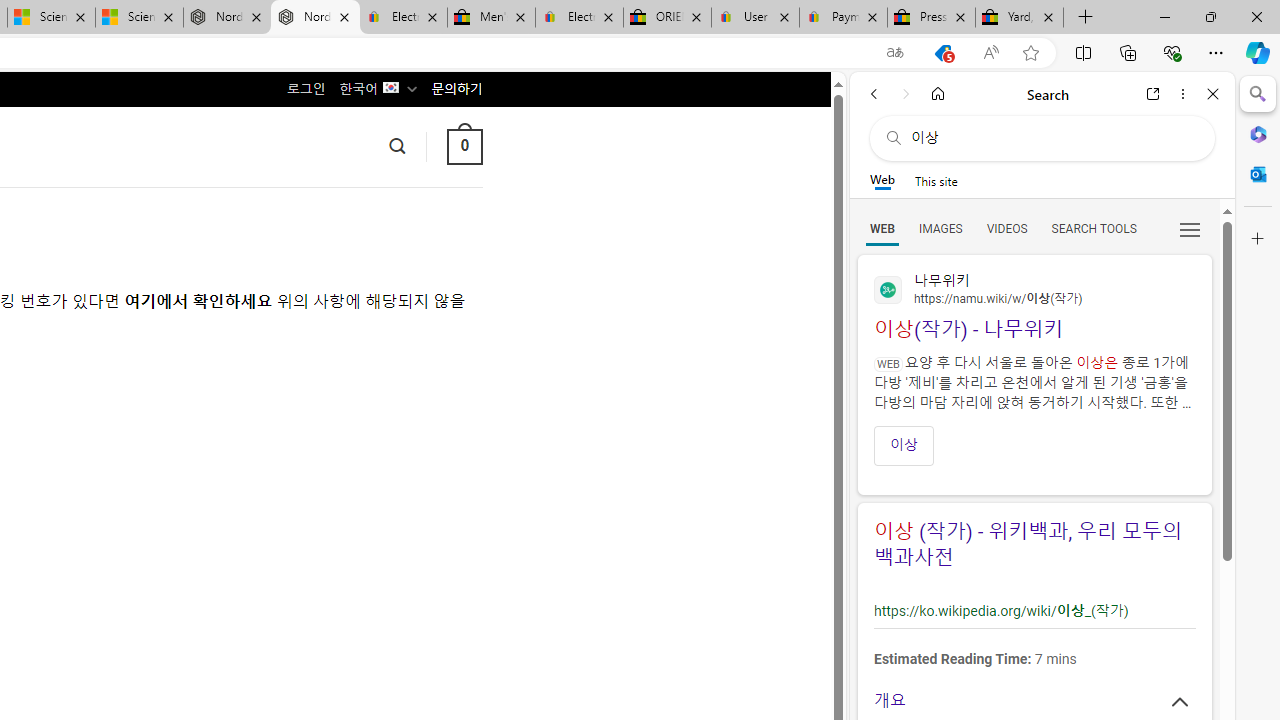  I want to click on 'Payments Terms of Use | eBay.com', so click(843, 17).